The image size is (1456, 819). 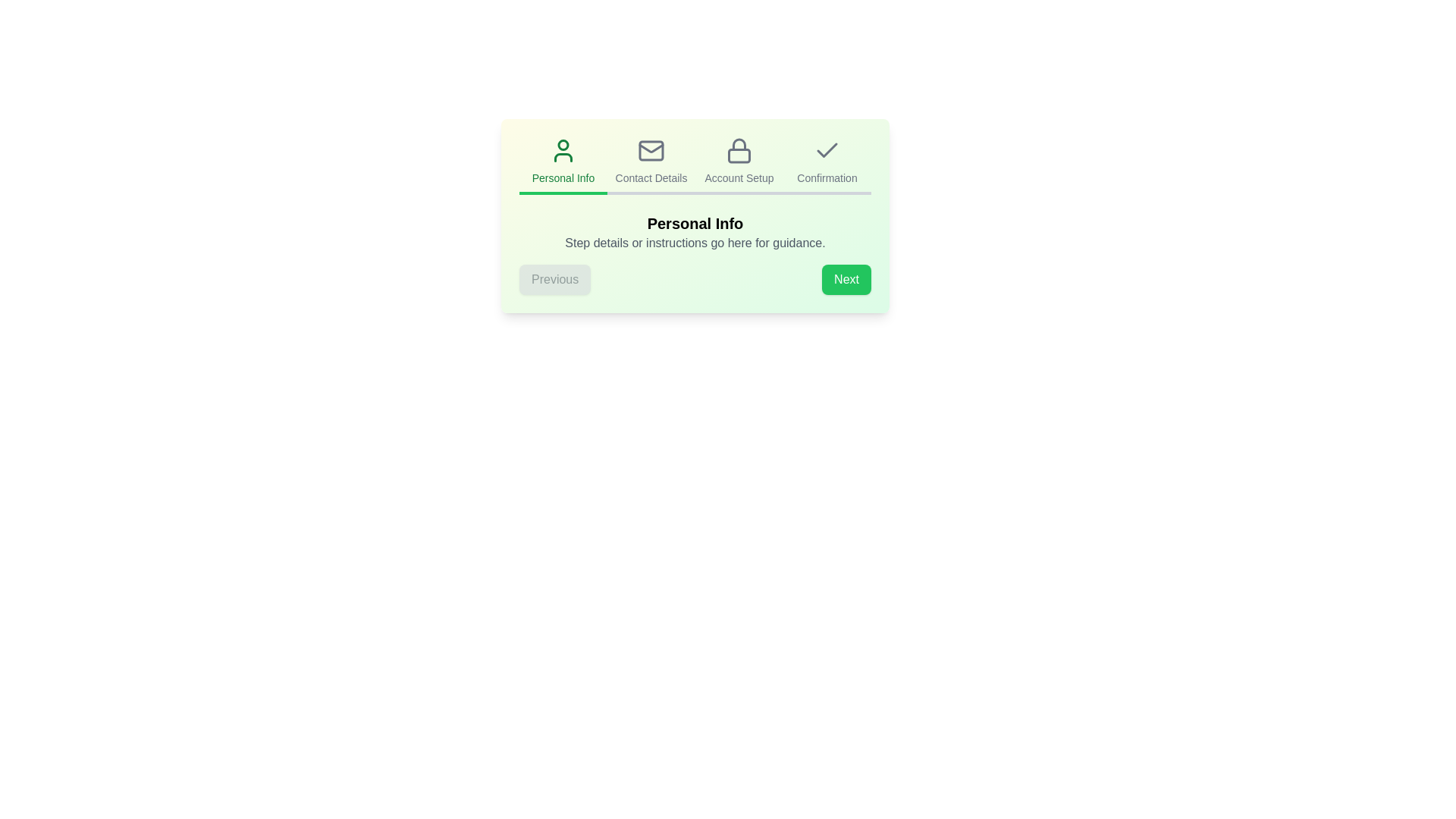 What do you see at coordinates (846, 280) in the screenshot?
I see `the 'Next' button to proceed to the next step` at bounding box center [846, 280].